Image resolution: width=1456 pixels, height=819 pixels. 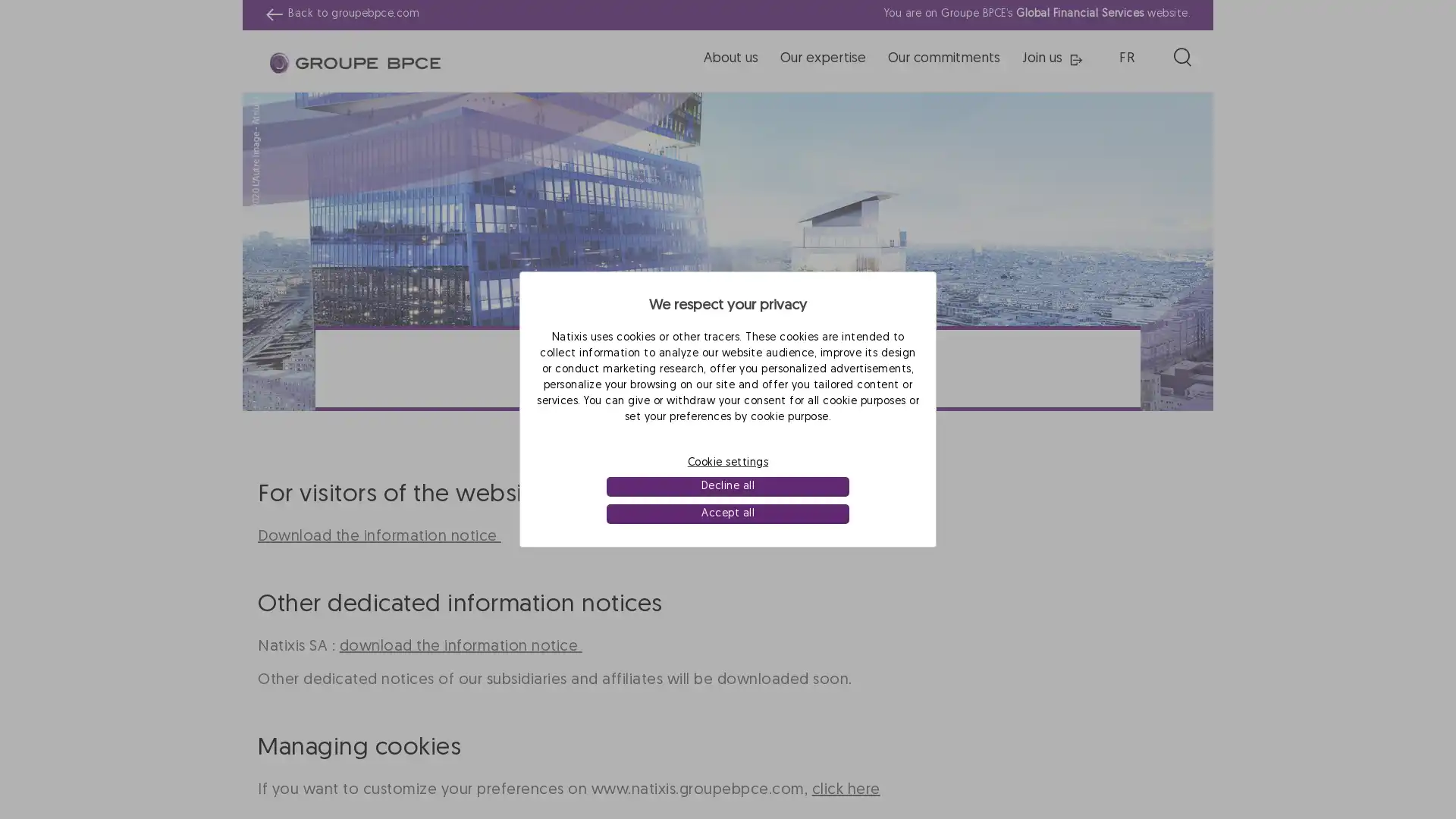 I want to click on Accept all, so click(x=726, y=513).